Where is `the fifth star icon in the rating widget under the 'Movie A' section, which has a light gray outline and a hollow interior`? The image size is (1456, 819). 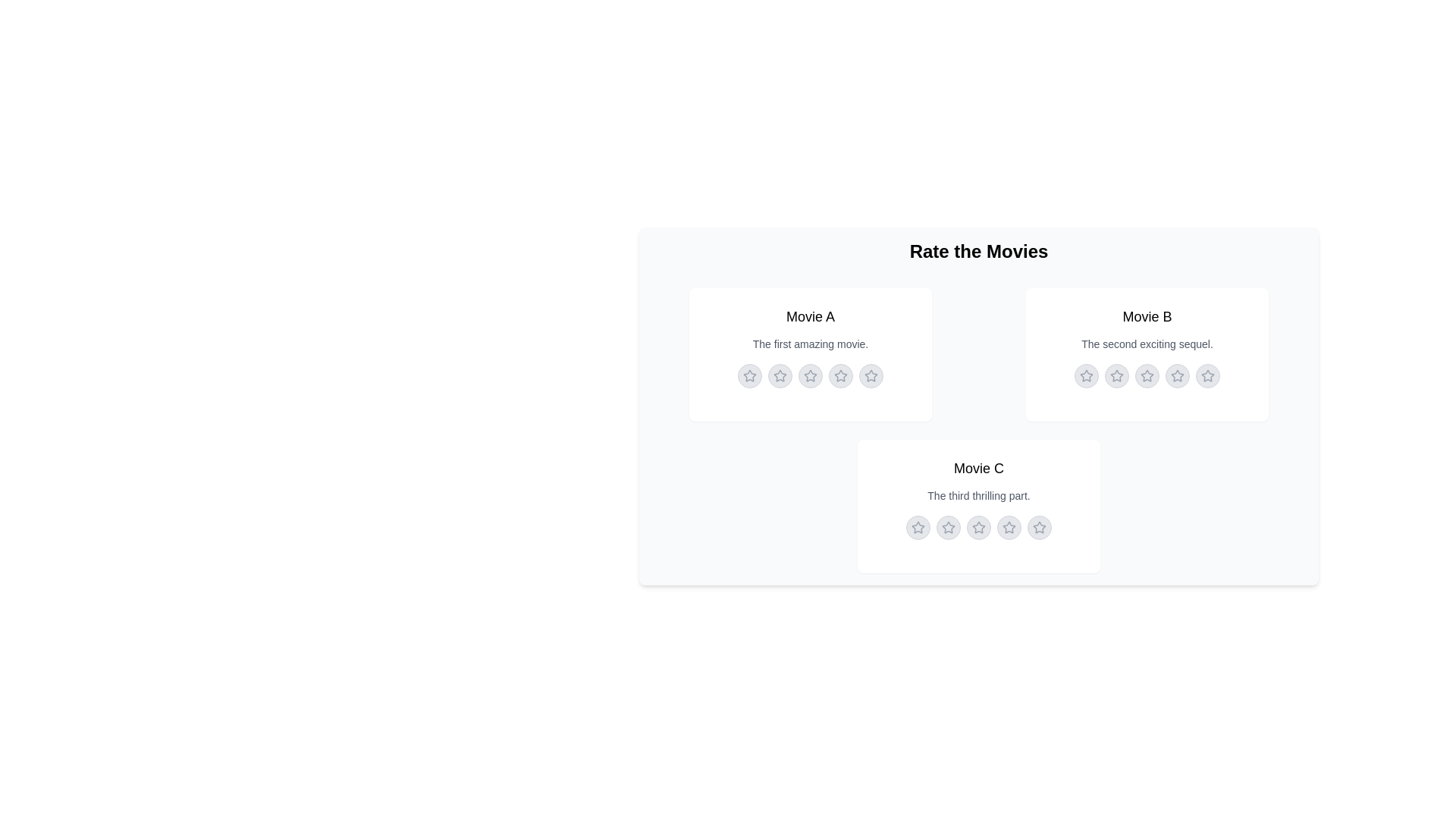 the fifth star icon in the rating widget under the 'Movie A' section, which has a light gray outline and a hollow interior is located at coordinates (870, 375).